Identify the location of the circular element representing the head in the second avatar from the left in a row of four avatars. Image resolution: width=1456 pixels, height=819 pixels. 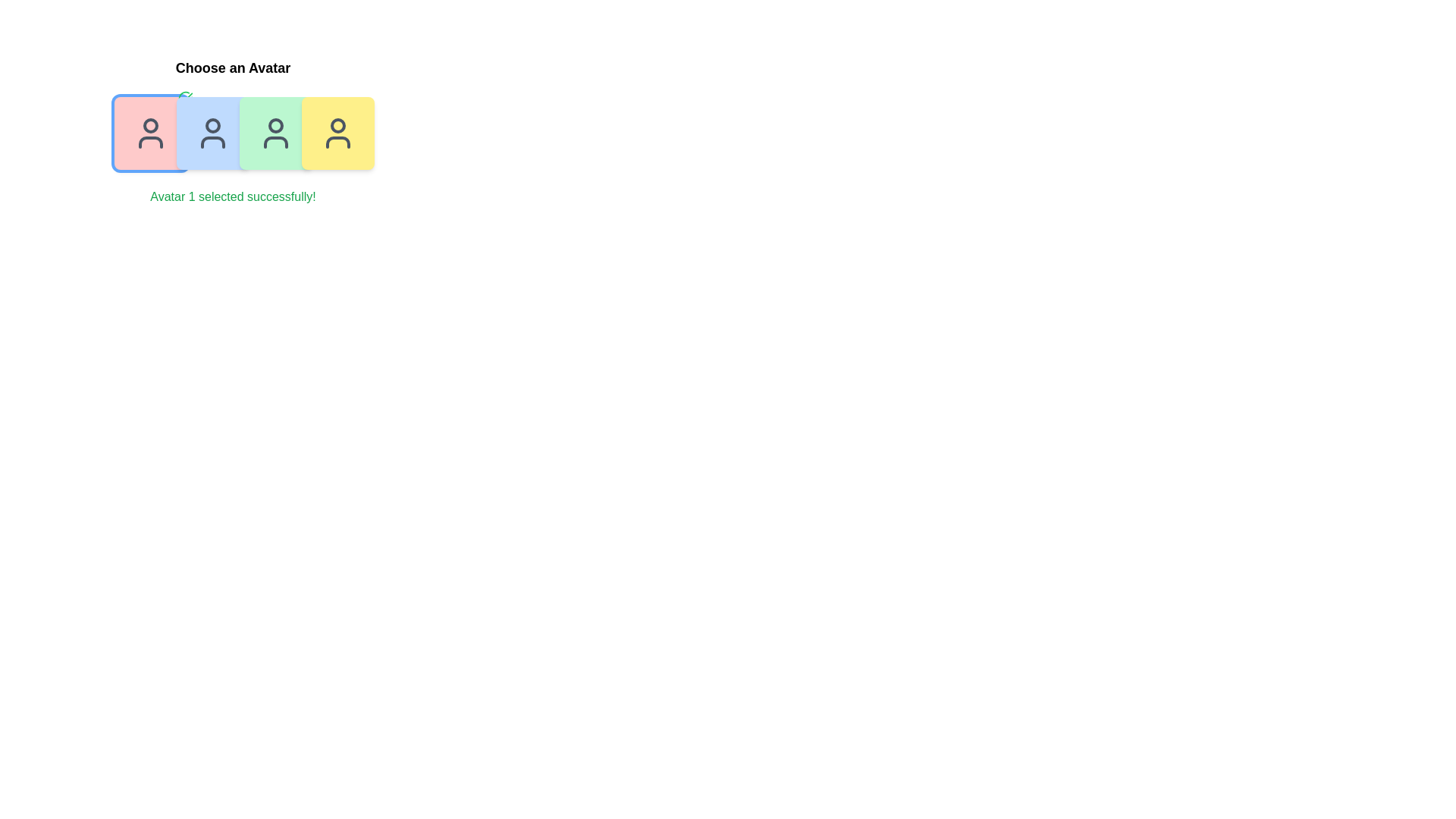
(212, 124).